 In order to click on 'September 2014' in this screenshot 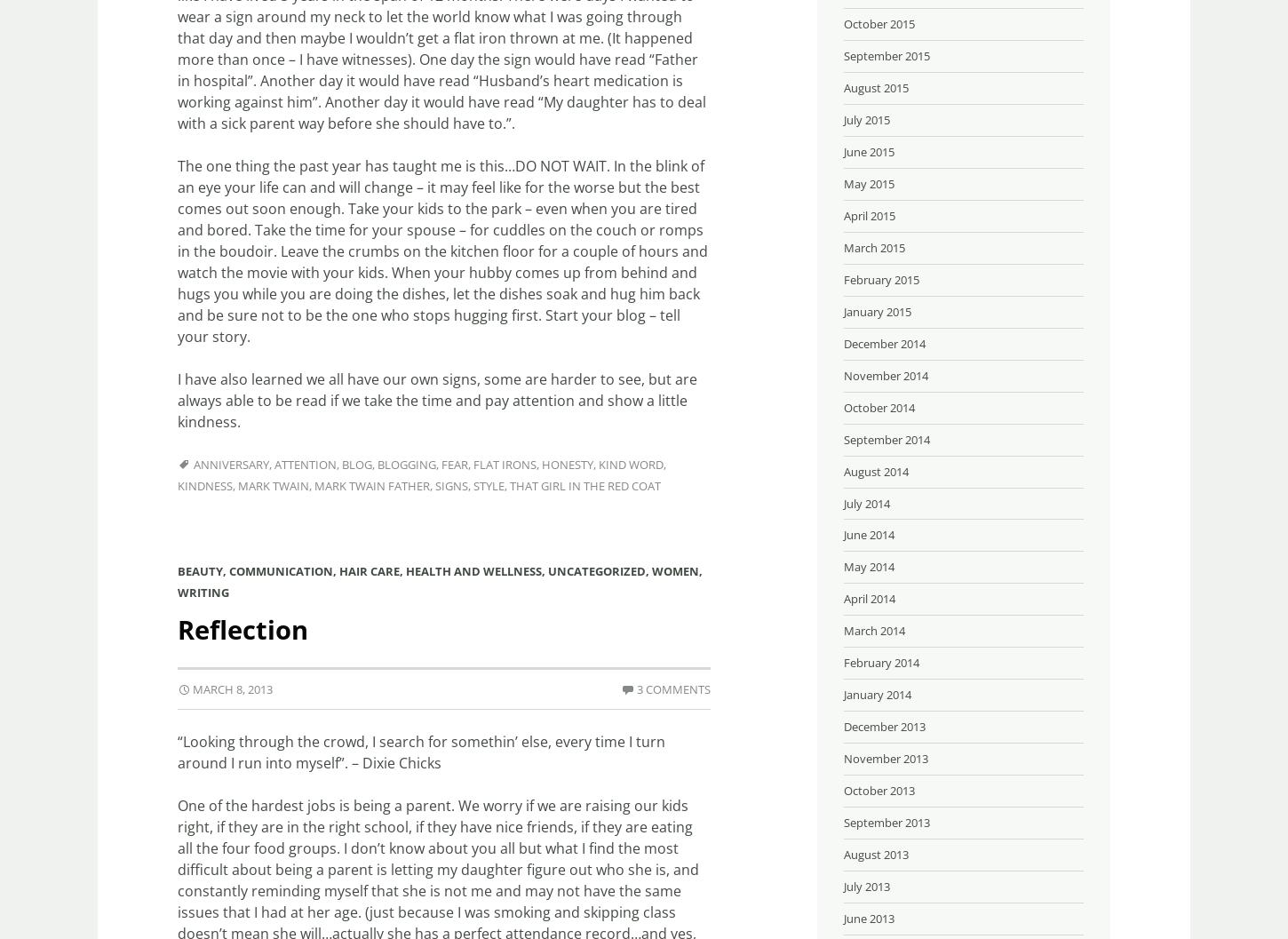, I will do `click(843, 439)`.